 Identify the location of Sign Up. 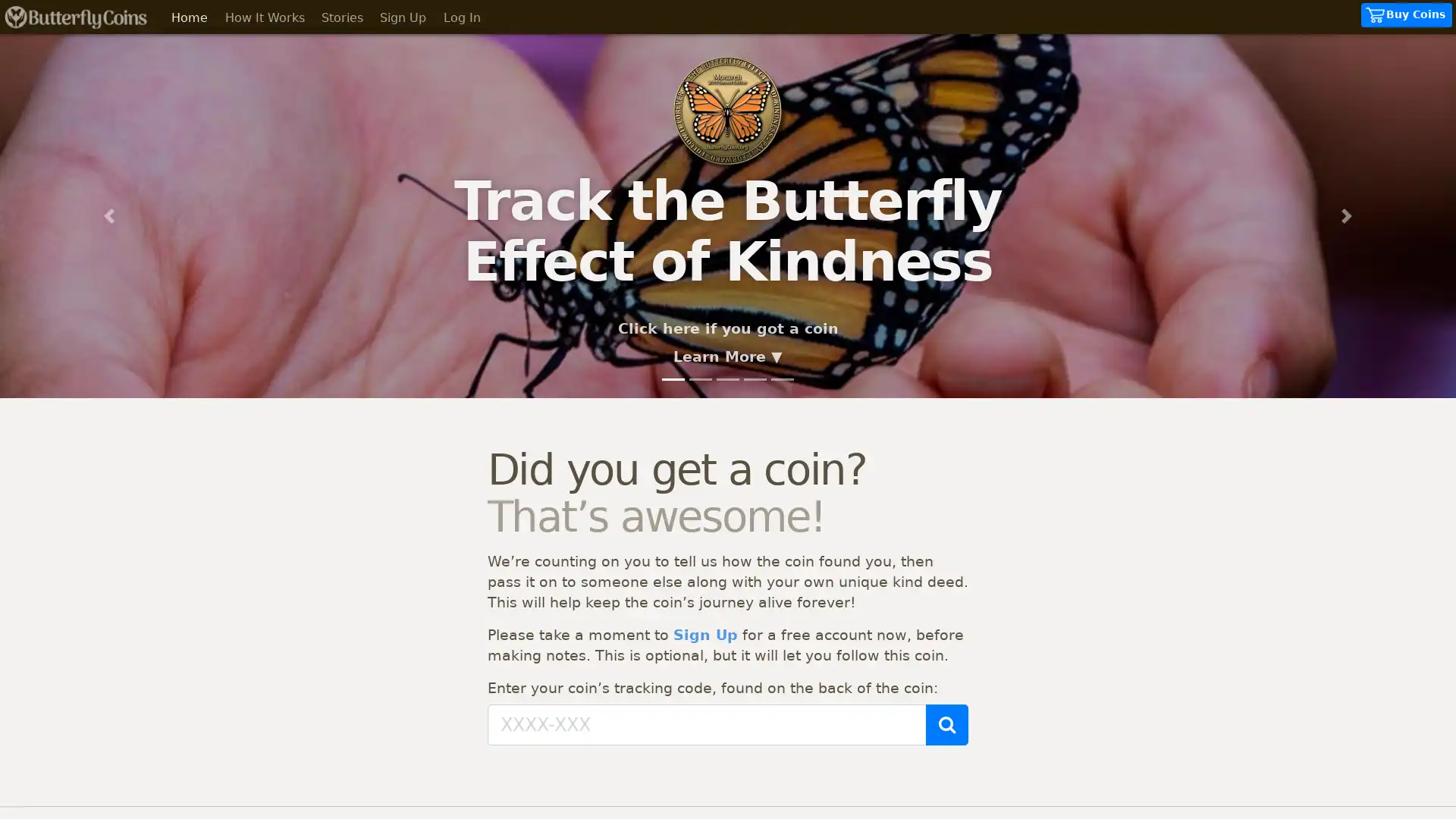
(403, 17).